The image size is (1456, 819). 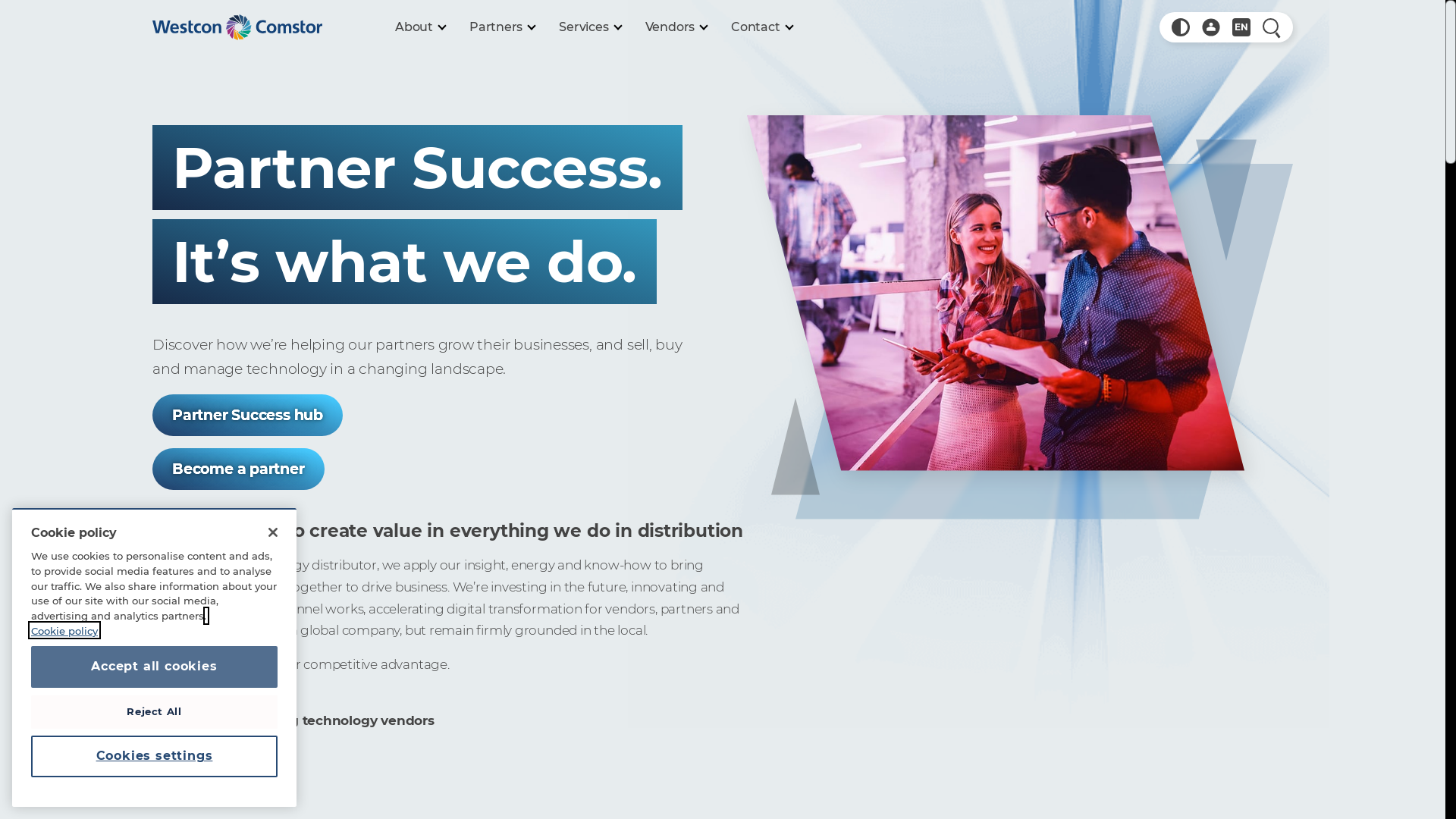 I want to click on 'Contact', so click(x=761, y=27).